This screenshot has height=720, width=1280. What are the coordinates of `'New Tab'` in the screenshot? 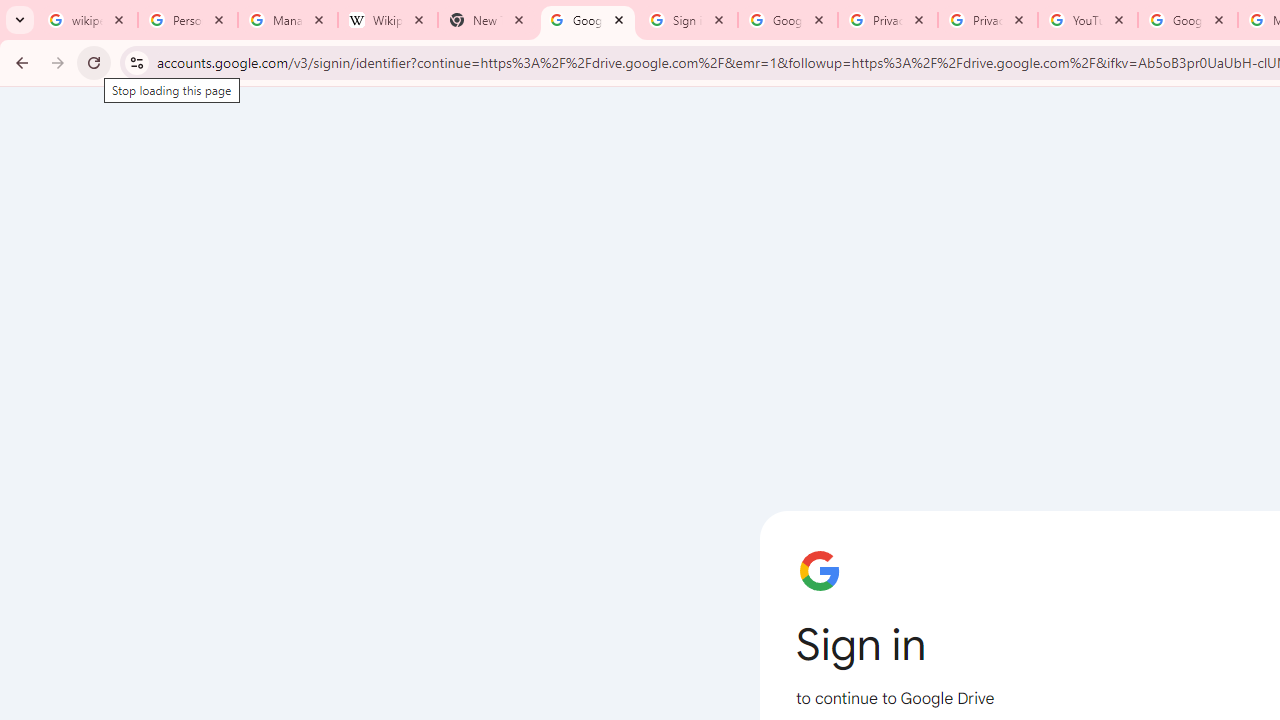 It's located at (487, 20).